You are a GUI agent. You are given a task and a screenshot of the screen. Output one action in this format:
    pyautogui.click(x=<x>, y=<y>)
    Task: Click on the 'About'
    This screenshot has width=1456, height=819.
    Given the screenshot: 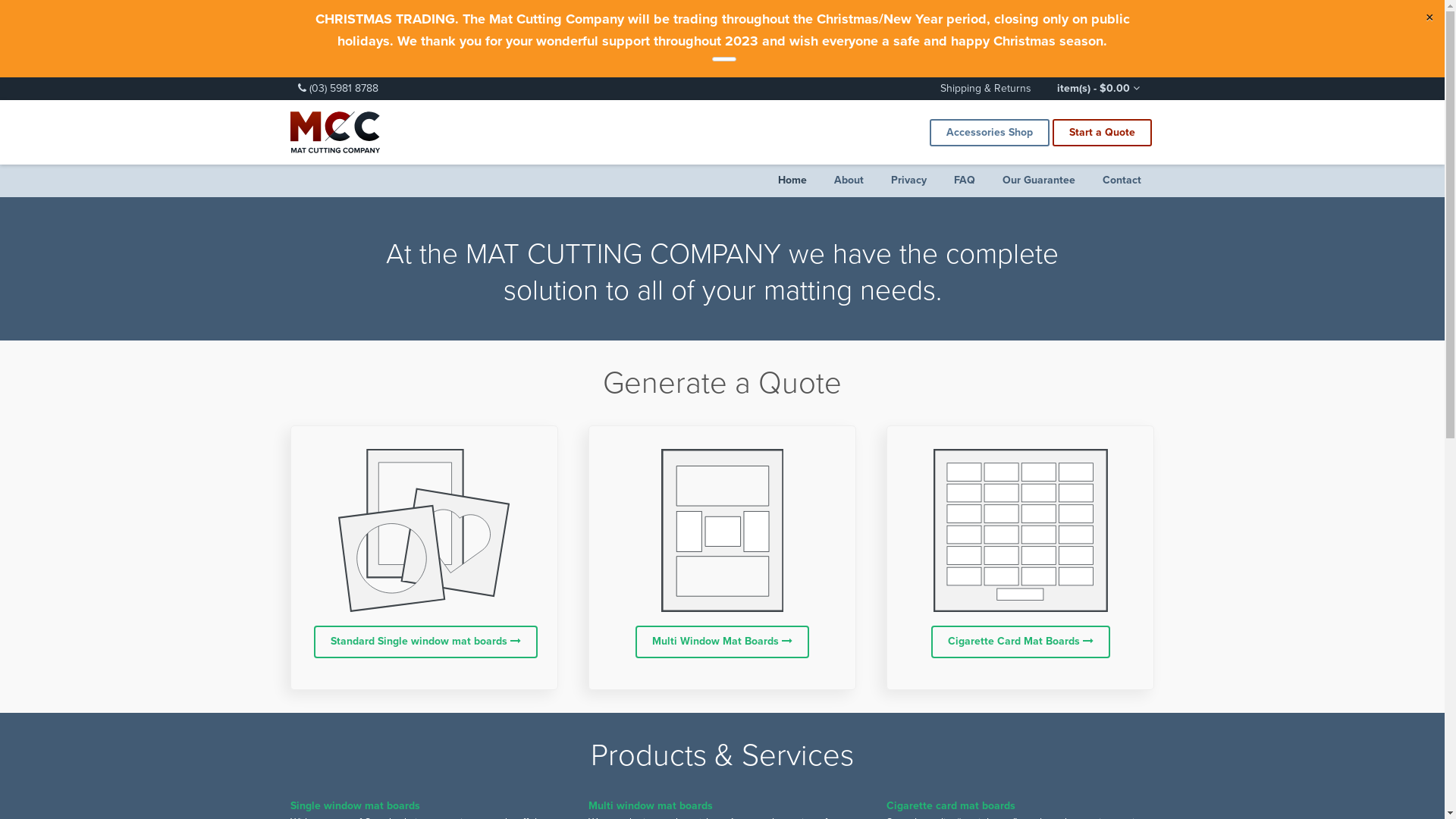 What is the action you would take?
    pyautogui.click(x=848, y=180)
    